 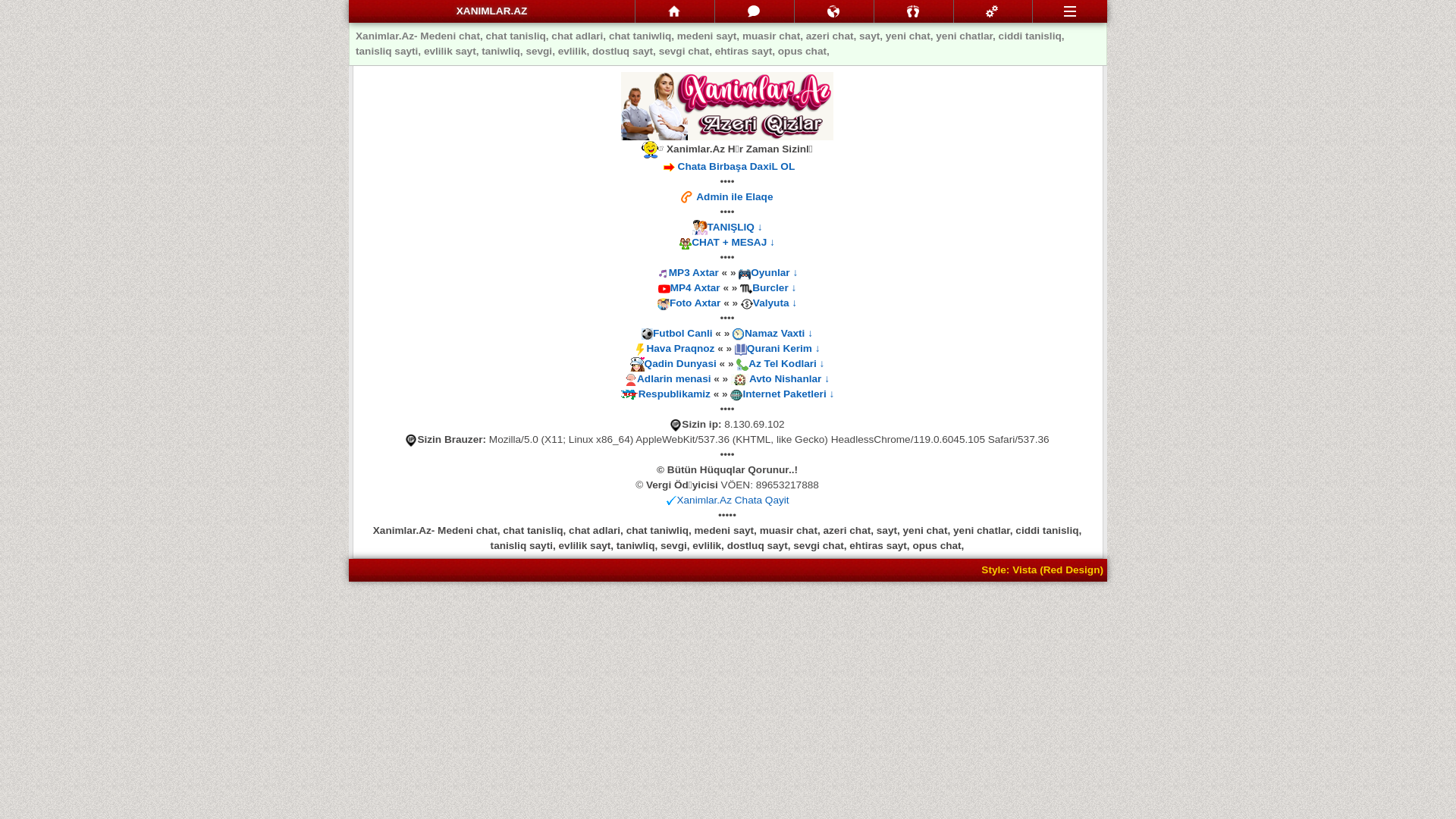 I want to click on 'MP4 Axtar', so click(x=694, y=287).